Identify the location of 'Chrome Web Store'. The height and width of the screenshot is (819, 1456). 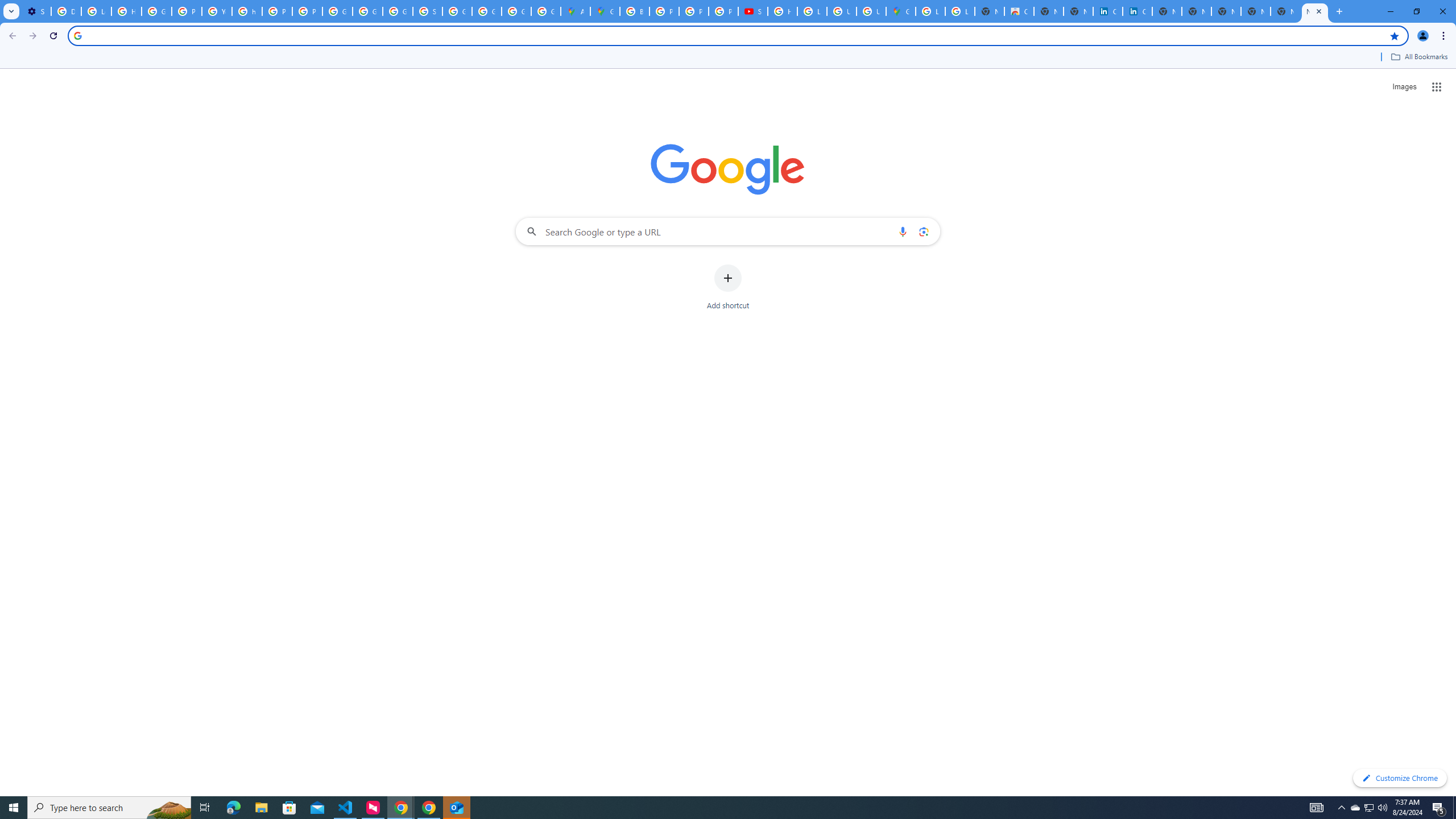
(1019, 11).